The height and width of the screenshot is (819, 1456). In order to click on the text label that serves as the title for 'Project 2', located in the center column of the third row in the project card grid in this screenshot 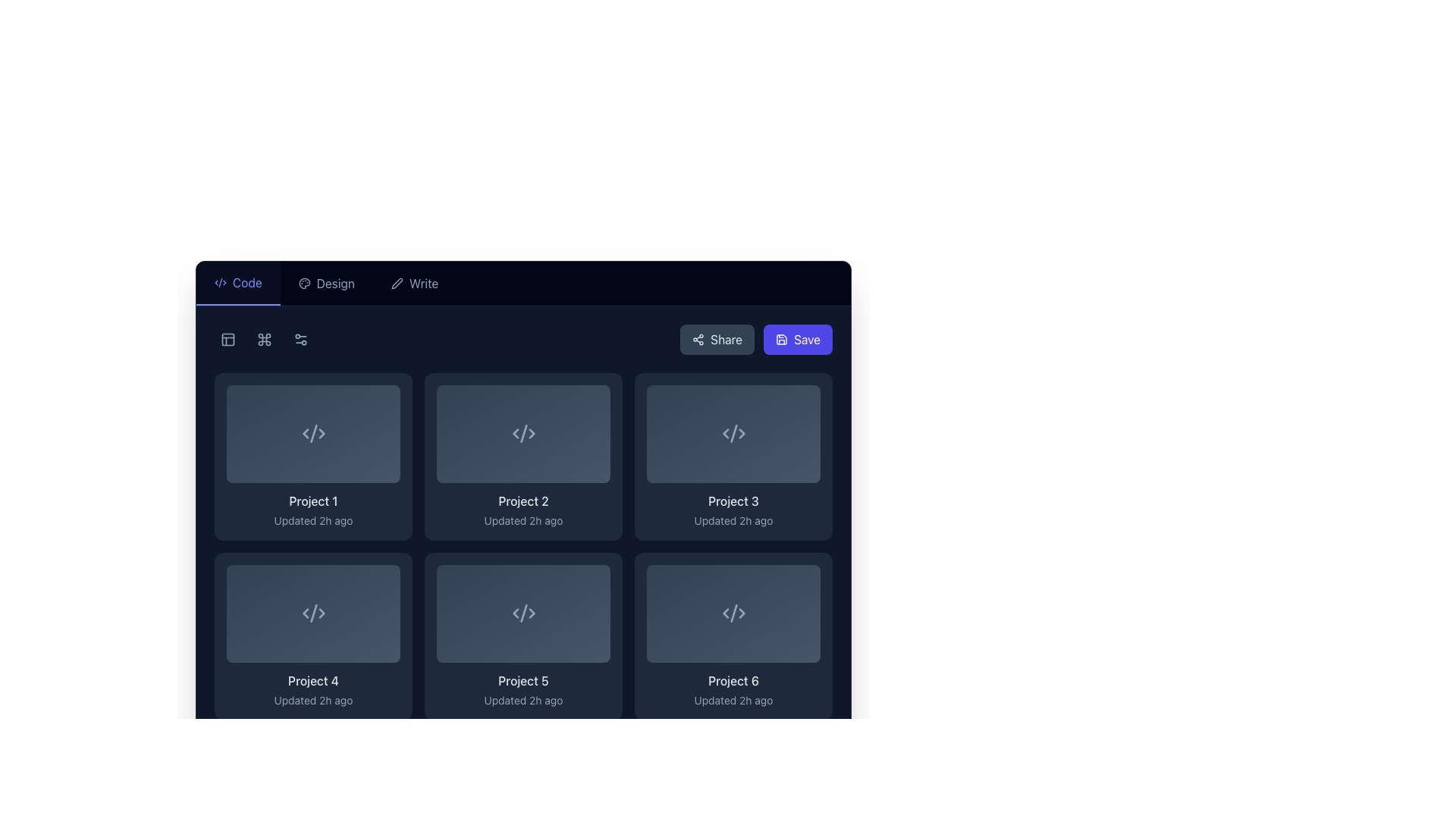, I will do `click(523, 500)`.